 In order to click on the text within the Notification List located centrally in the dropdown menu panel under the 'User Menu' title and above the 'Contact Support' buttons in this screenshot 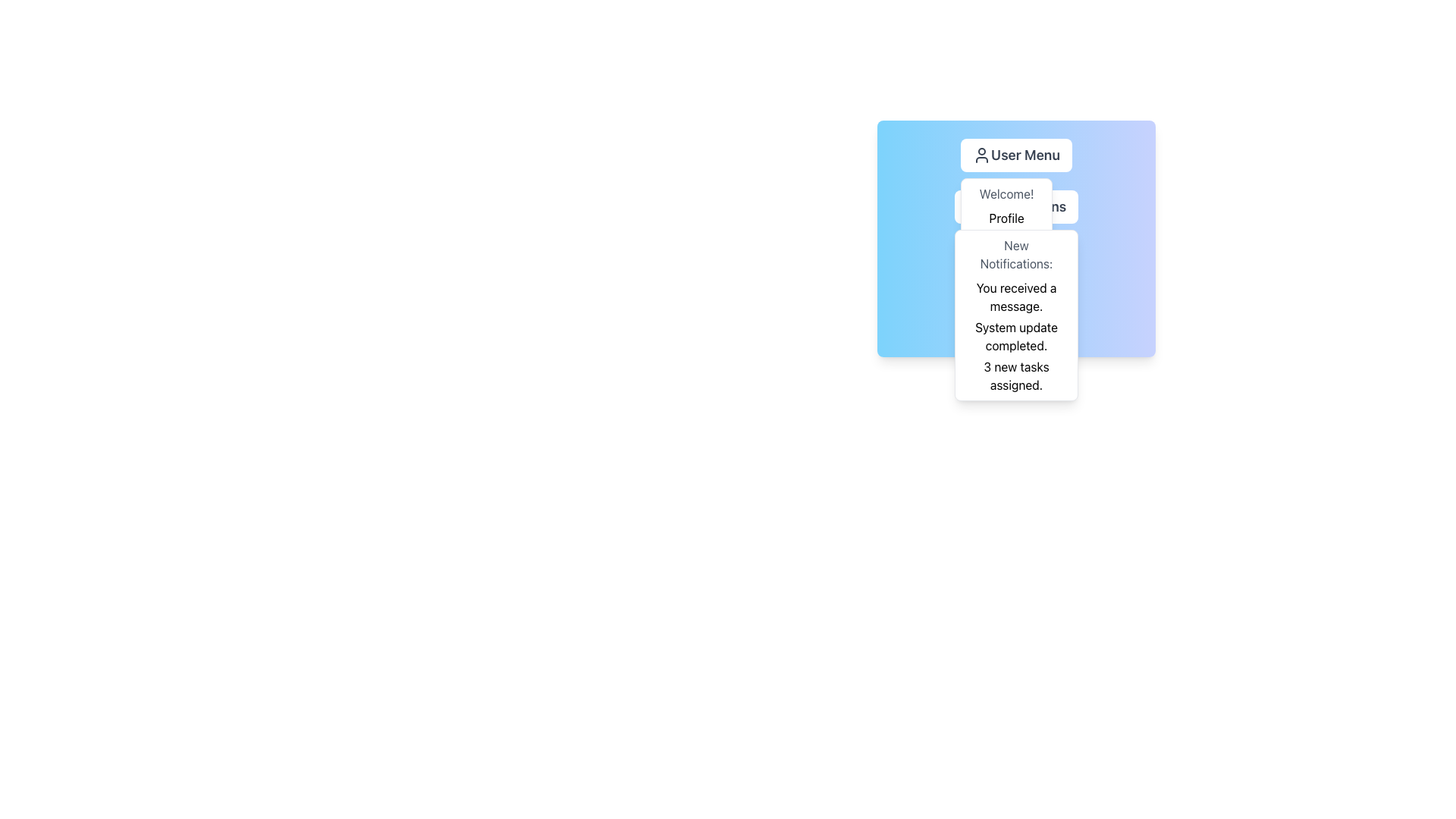, I will do `click(1016, 239)`.